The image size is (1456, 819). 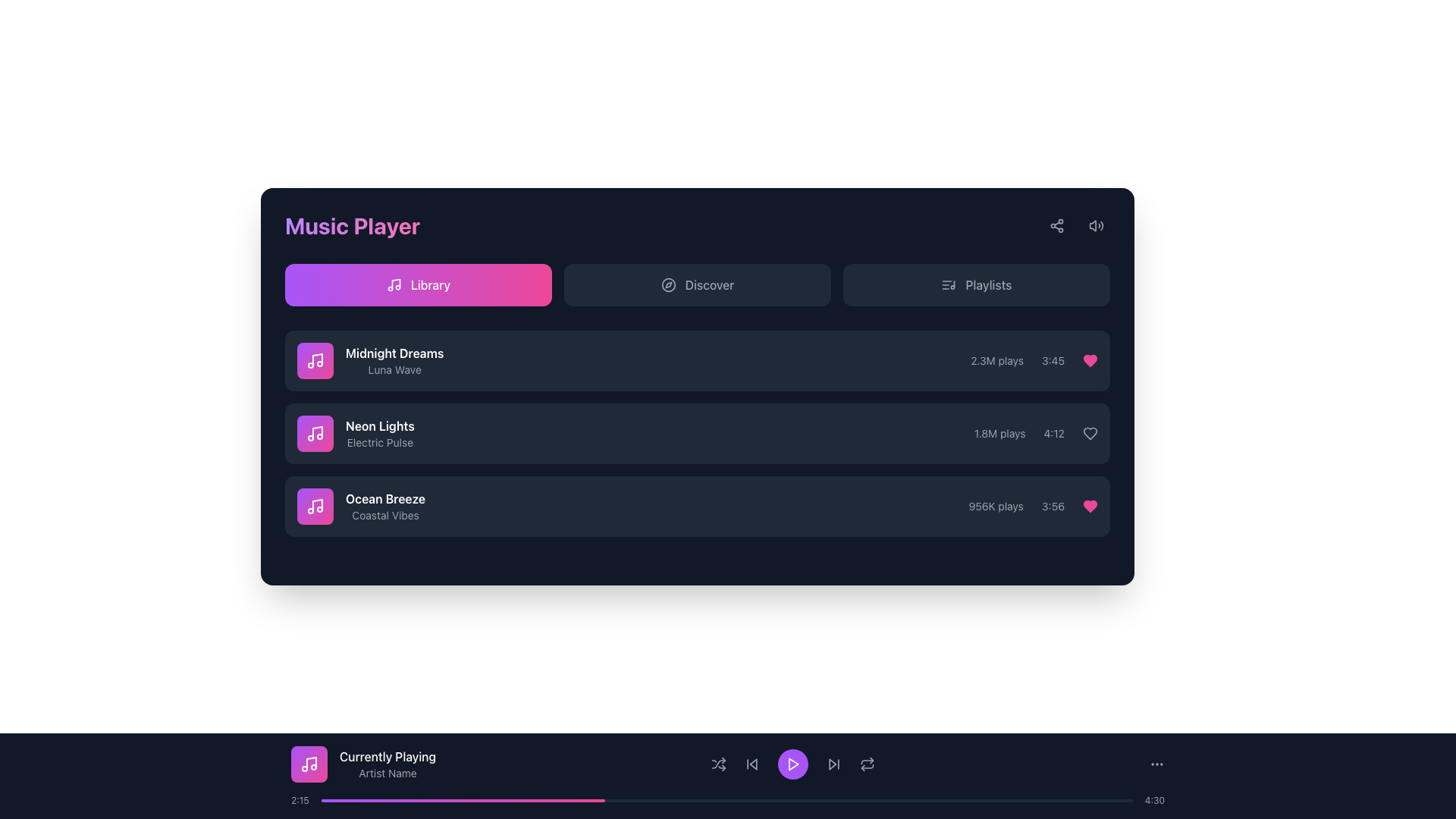 I want to click on the static informational component displaying song and artist metadata, which shows 'Currently Playing' and 'Artist Name' at the bottom of the music player interface, so click(x=728, y=764).